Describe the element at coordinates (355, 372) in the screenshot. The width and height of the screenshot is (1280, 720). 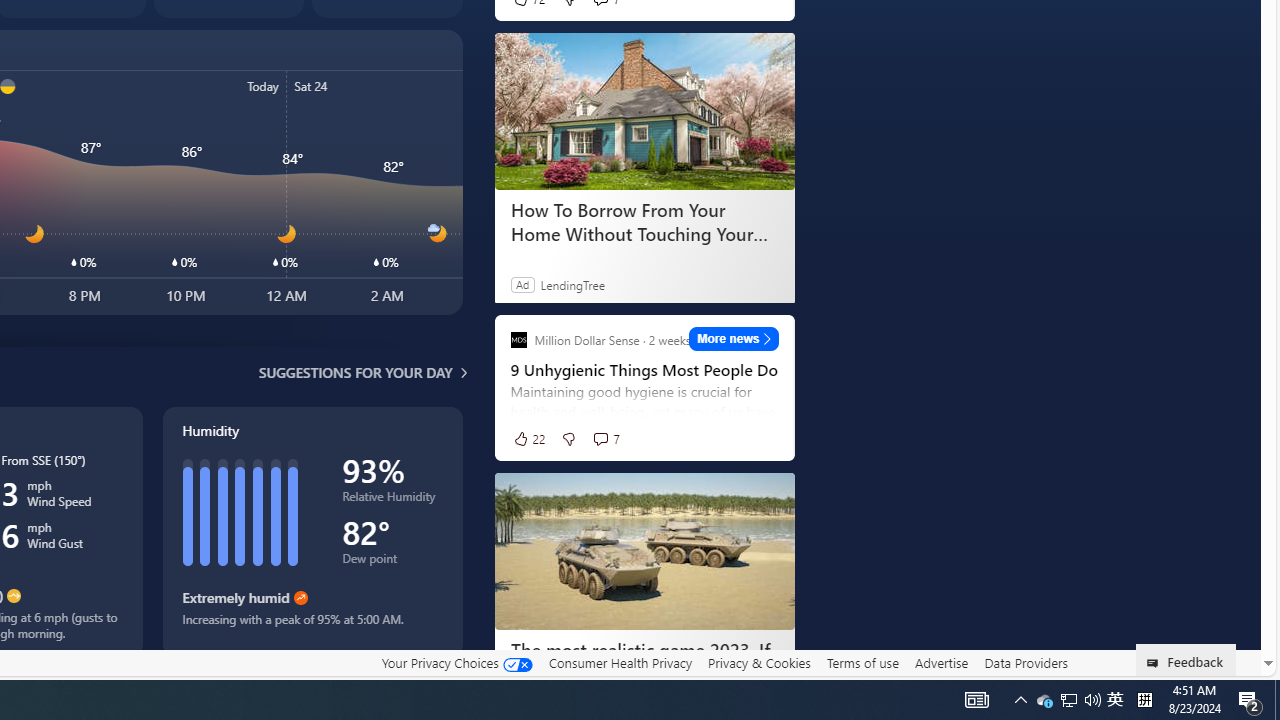
I see `'Suggestions for your day'` at that location.